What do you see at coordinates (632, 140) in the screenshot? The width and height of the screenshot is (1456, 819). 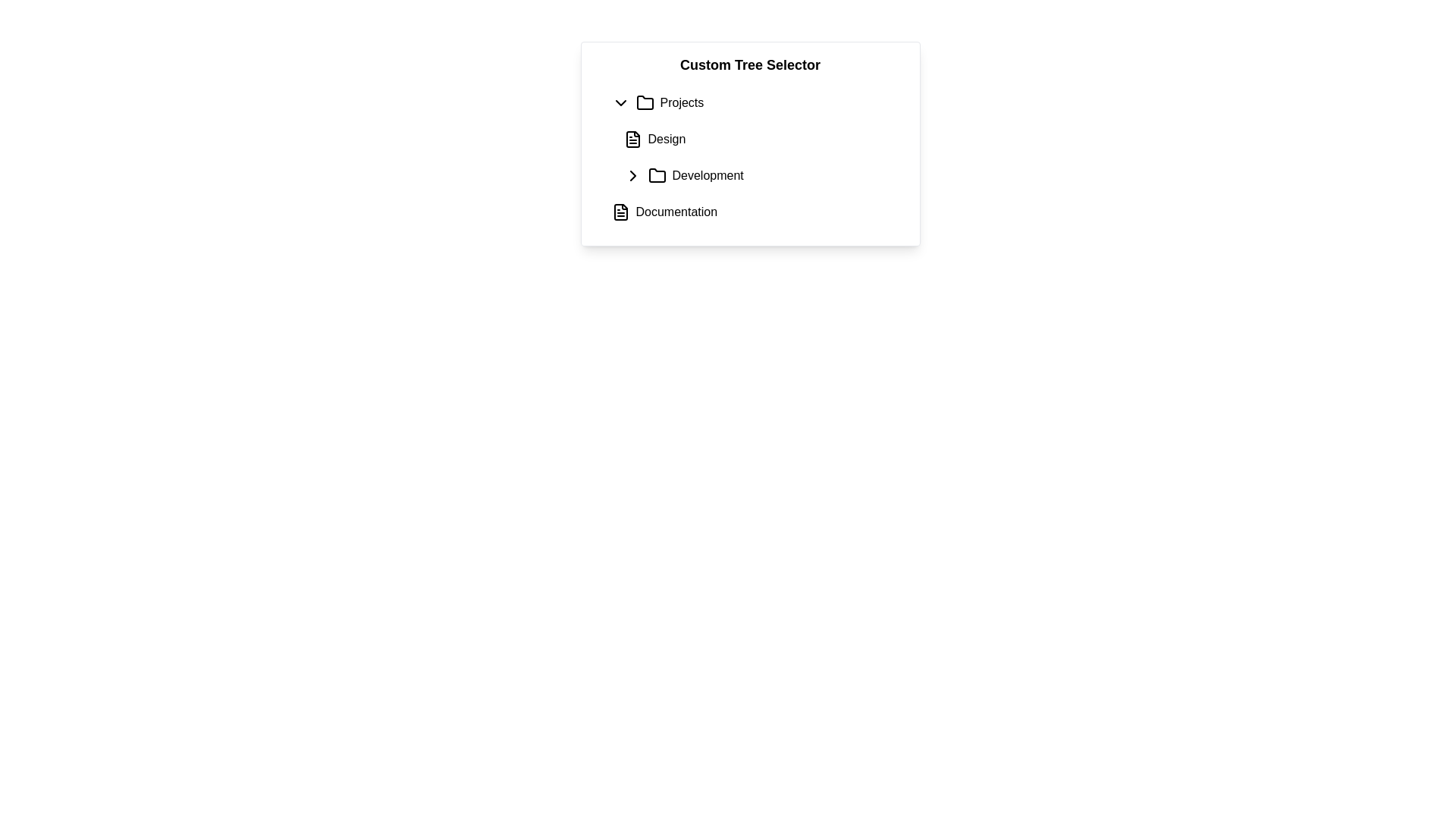 I see `the stylized document icon located to the left of the 'Design' text label in the horizontal layout` at bounding box center [632, 140].